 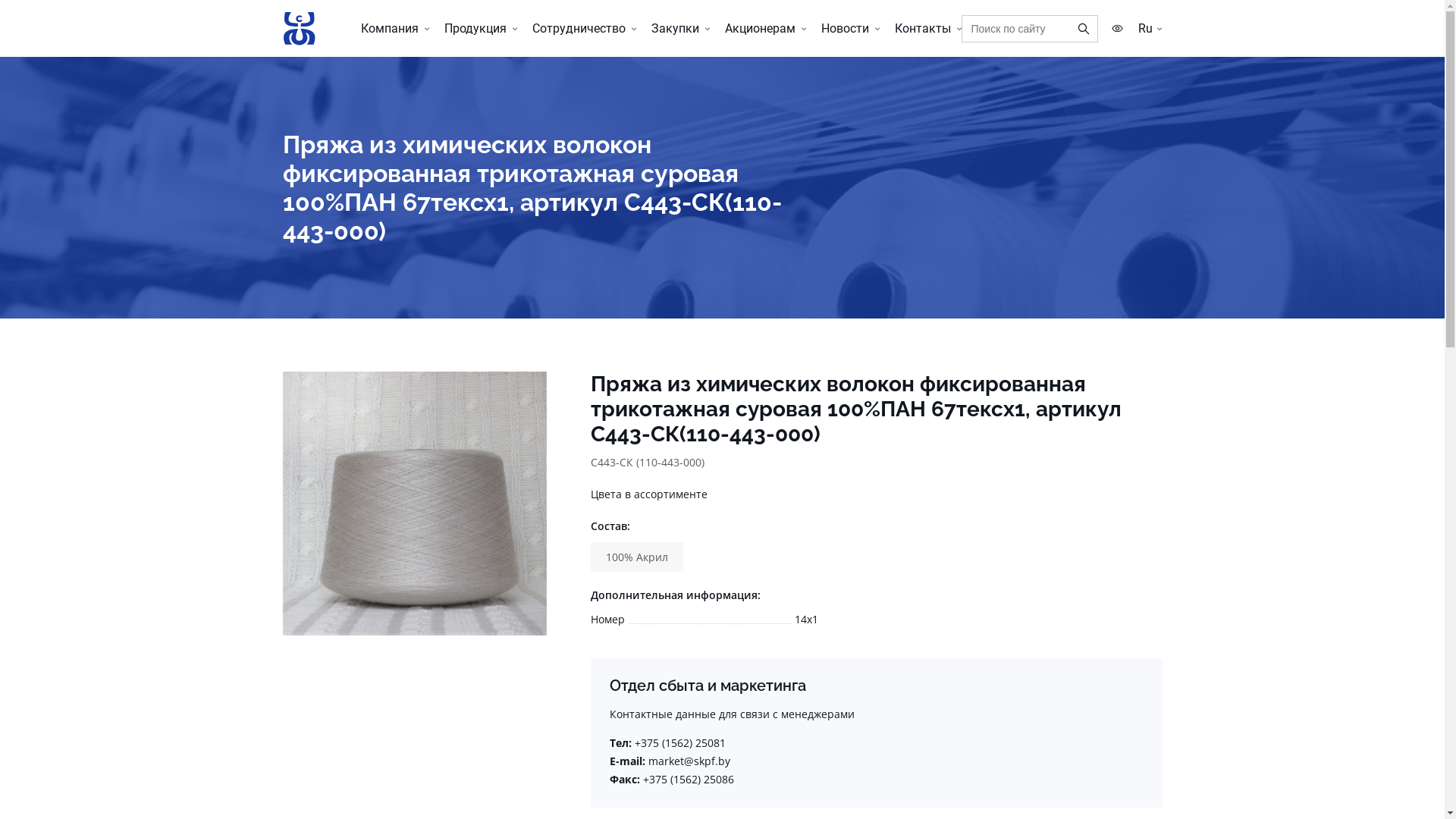 What do you see at coordinates (648, 761) in the screenshot?
I see `'market@skpf.by'` at bounding box center [648, 761].